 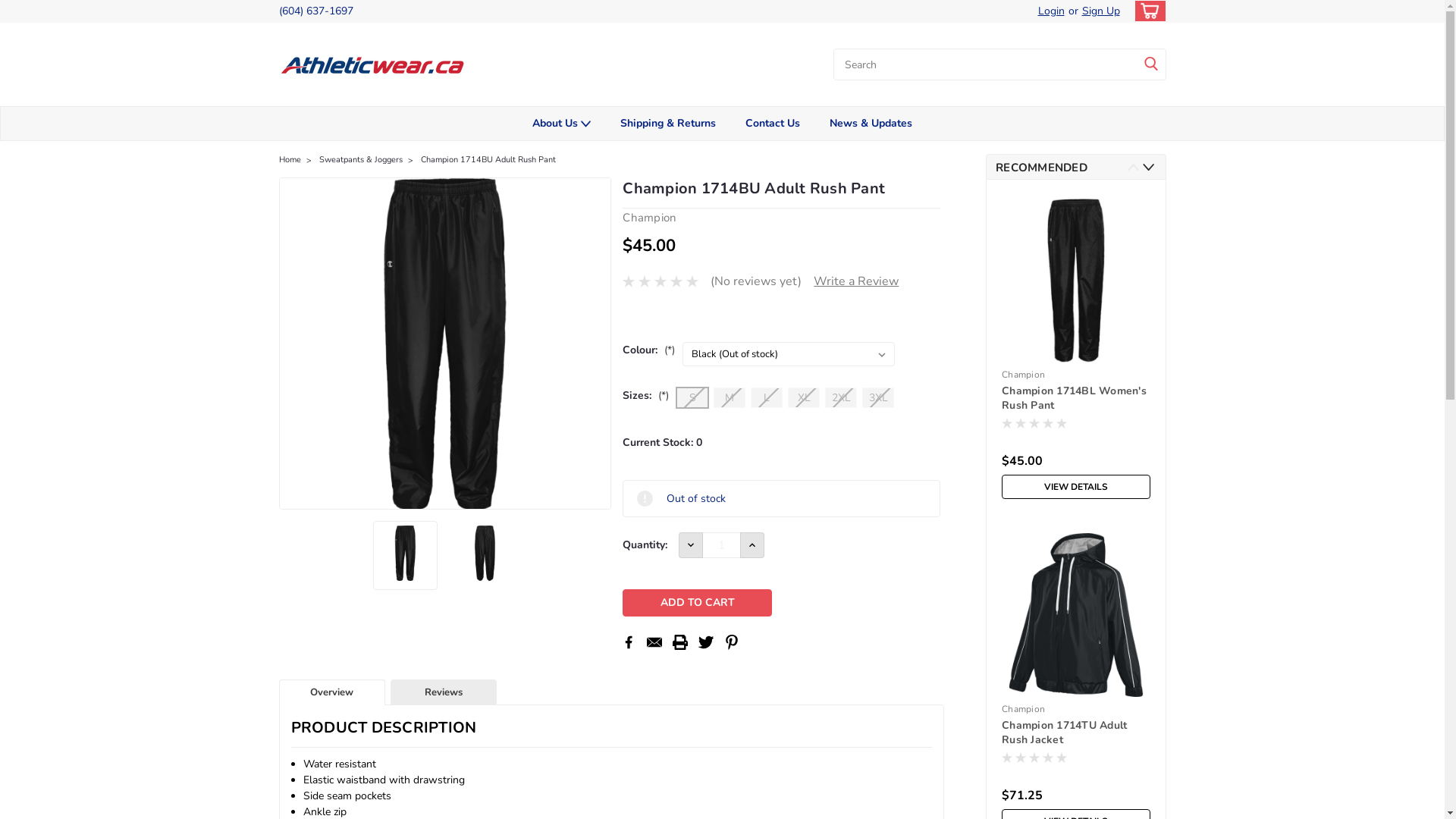 I want to click on 'Black - 1714BU Adult Rush Pant | Athleticwear.ca', so click(x=405, y=553).